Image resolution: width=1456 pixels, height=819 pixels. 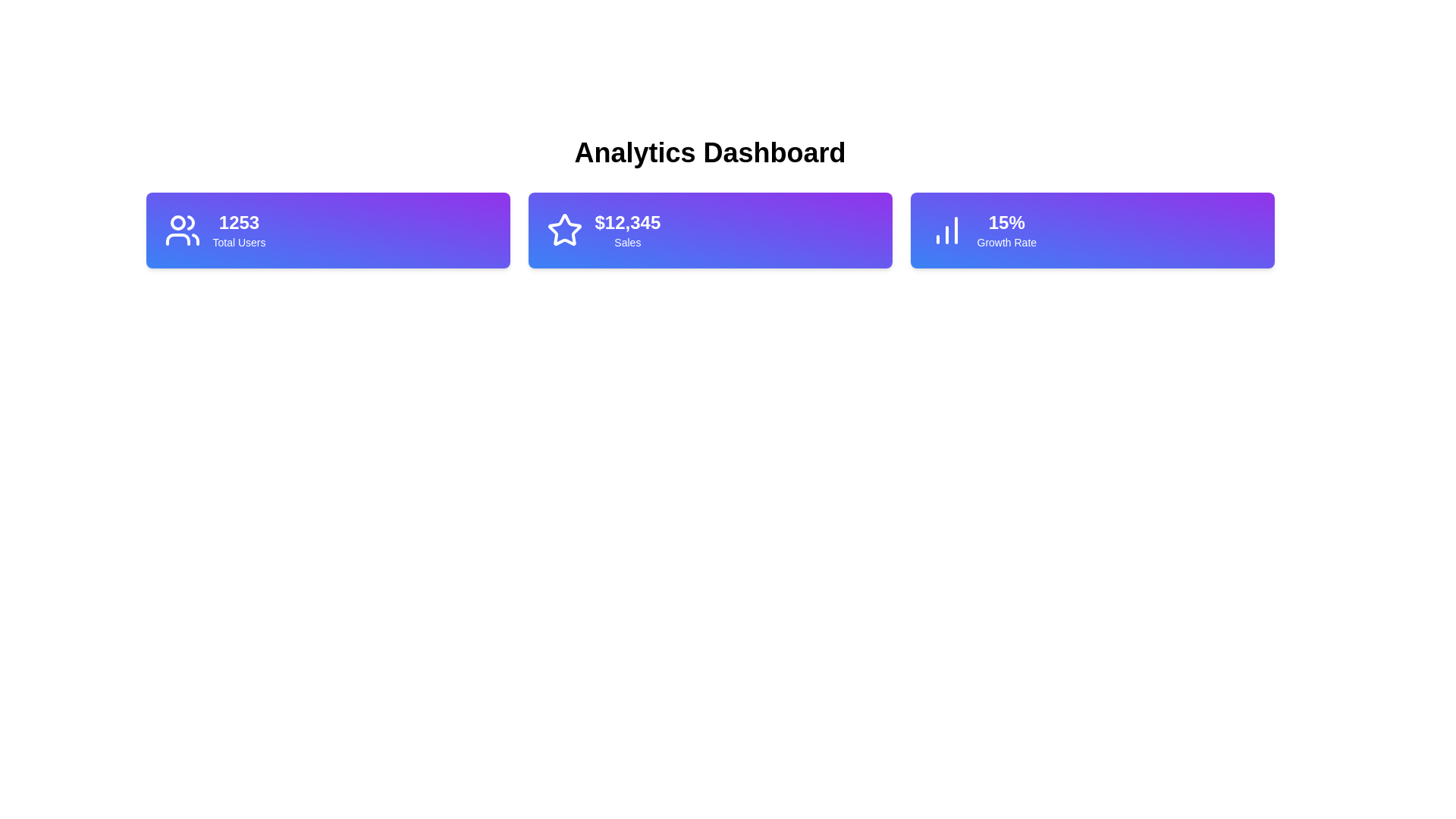 What do you see at coordinates (1092, 231) in the screenshot?
I see `the Information card that represents growth rate information, located as the third card in a row of three, positioned to the right of the cards labeled '1253 Total Users' and '$12,345 Sales'` at bounding box center [1092, 231].